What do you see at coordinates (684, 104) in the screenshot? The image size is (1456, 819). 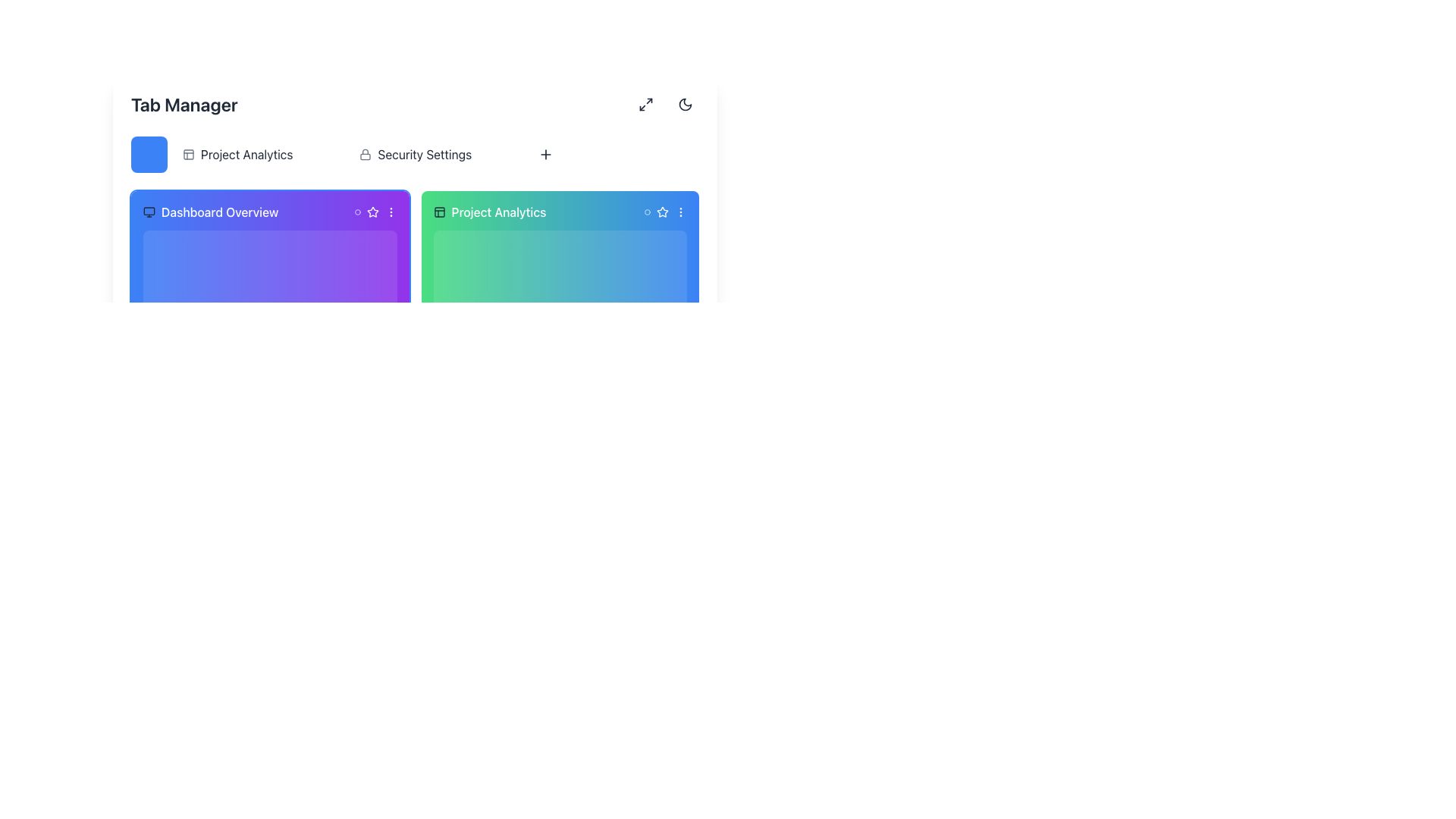 I see `the crescent moon icon in the top right section of the interface` at bounding box center [684, 104].